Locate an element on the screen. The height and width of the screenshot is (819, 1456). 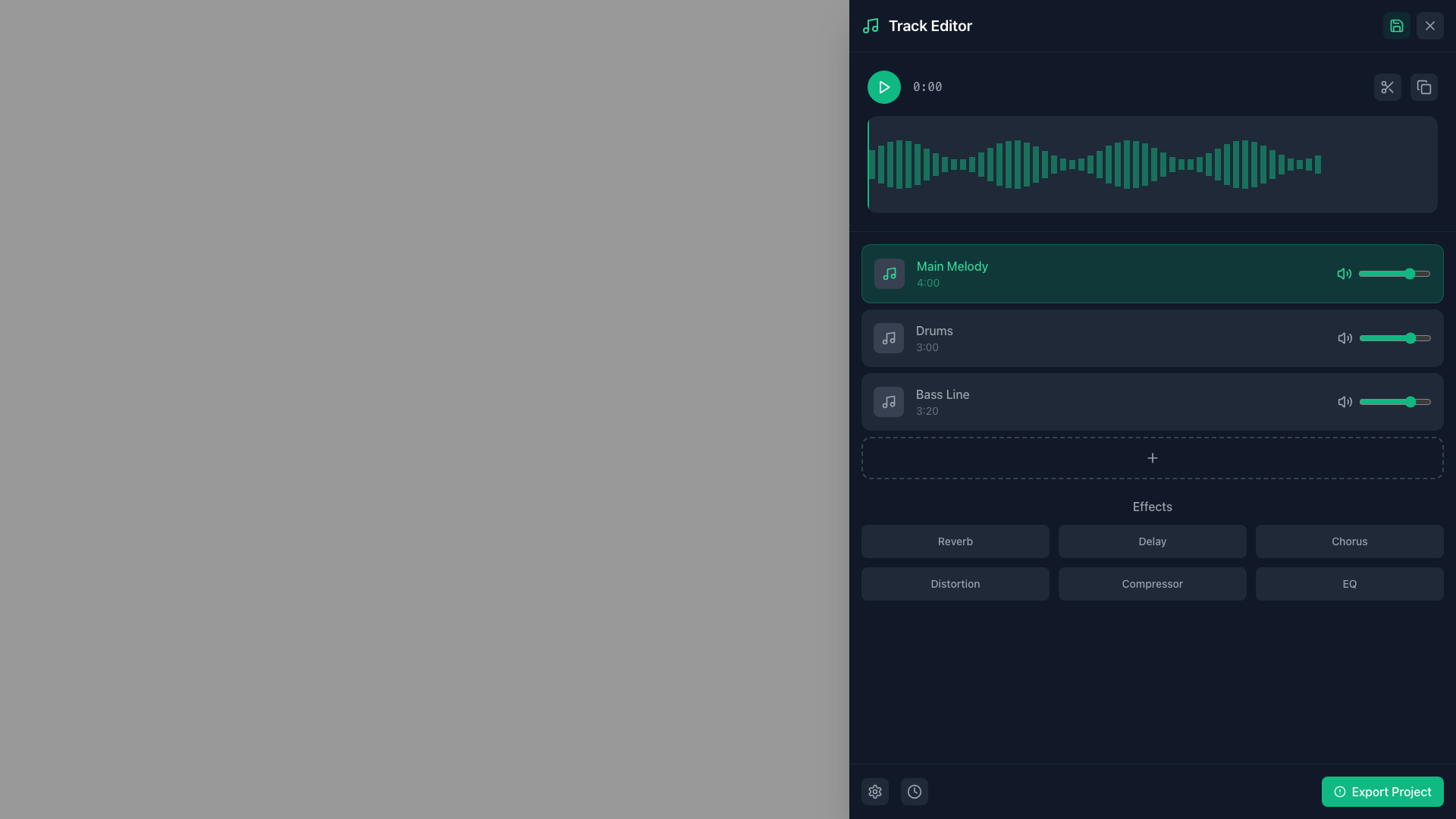
Circle SVG element, which is styled as an outline and is part of an alert icon located in the lower-right region of the interface is located at coordinates (1339, 791).